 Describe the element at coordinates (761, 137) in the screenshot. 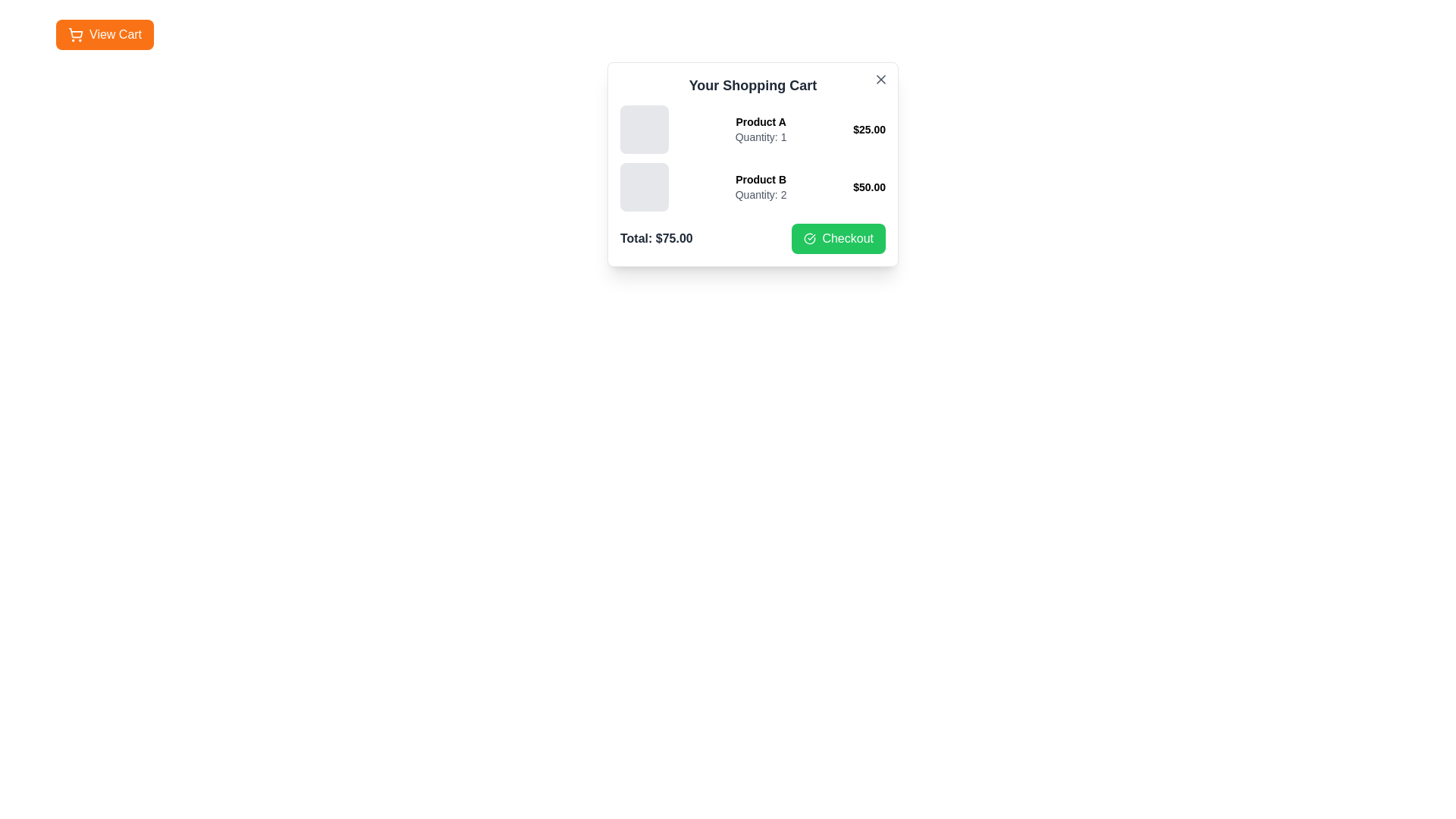

I see `the informational text label indicating the quantity of '1' for 'Product A', located below the 'Product A' label in the shopping cart interface` at that location.